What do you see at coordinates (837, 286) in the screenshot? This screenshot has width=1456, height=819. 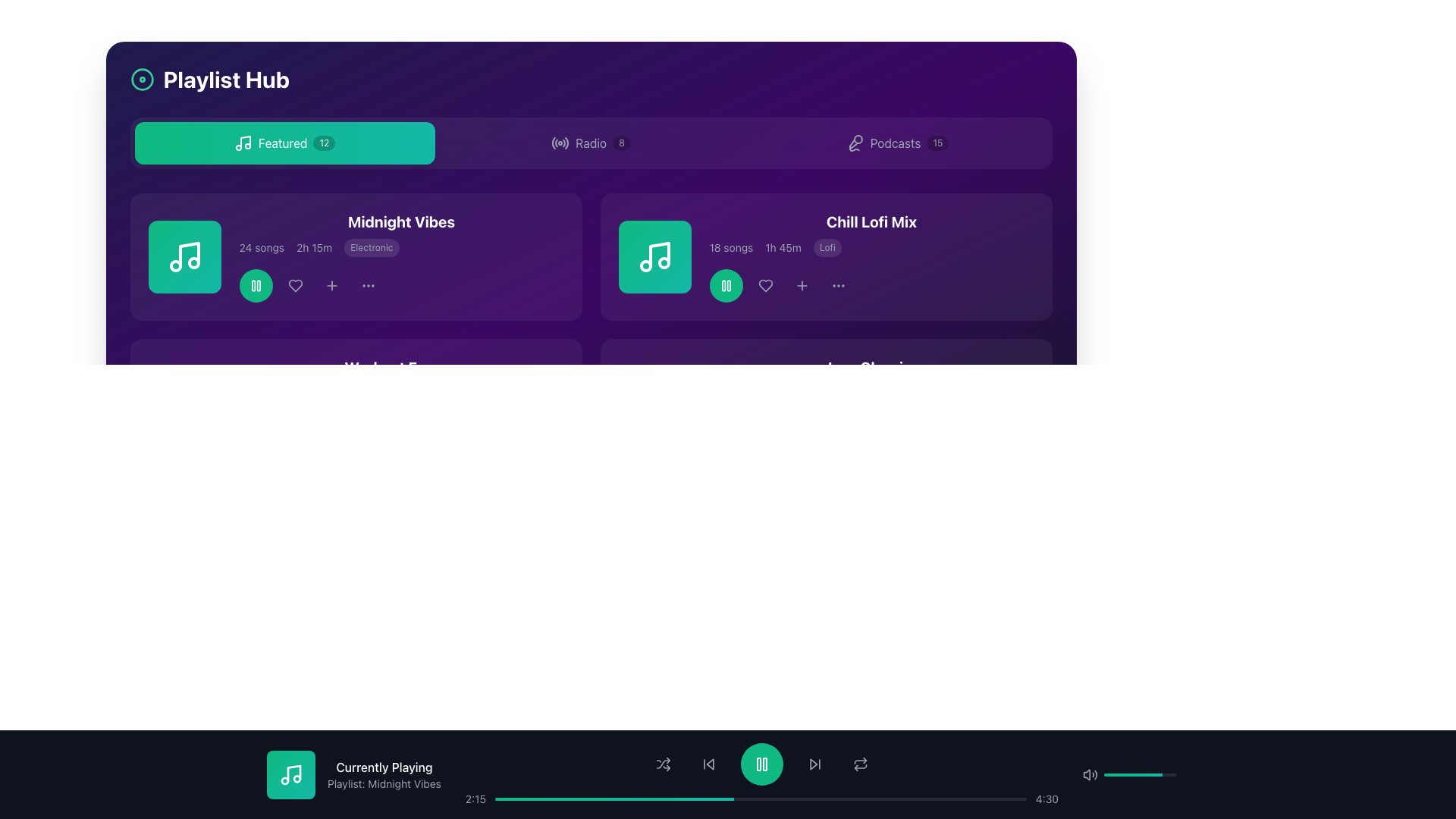 I see `the horizontal ellipsis icon located within the 'Chill Lofi Mix' playlist card` at bounding box center [837, 286].